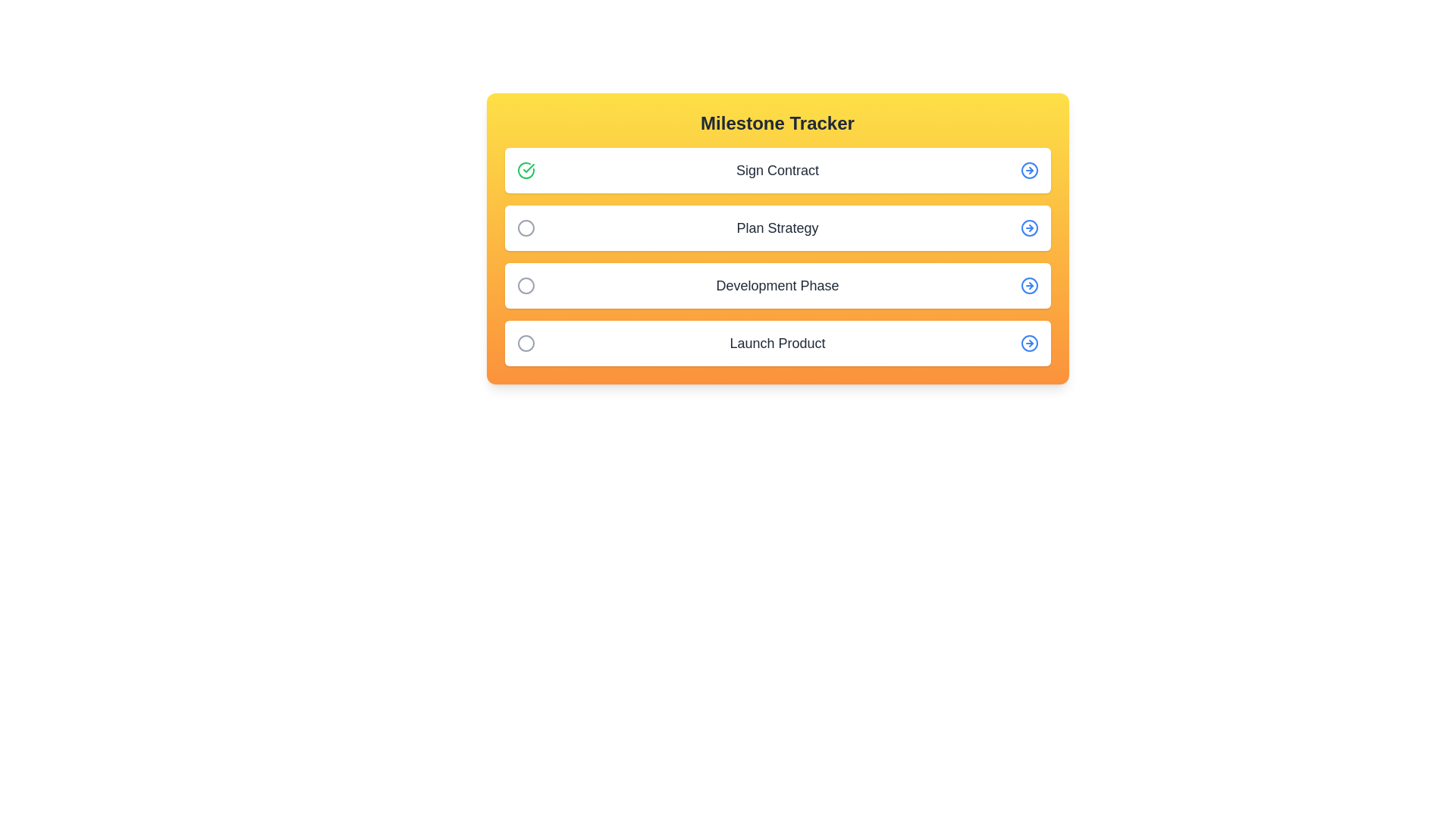 The width and height of the screenshot is (1456, 819). I want to click on the SVG circle element that visually represents the state of the 'Launch Product' milestone, located in the last row of the milestone tracker, directly preceding the text 'Launch Product', so click(526, 343).